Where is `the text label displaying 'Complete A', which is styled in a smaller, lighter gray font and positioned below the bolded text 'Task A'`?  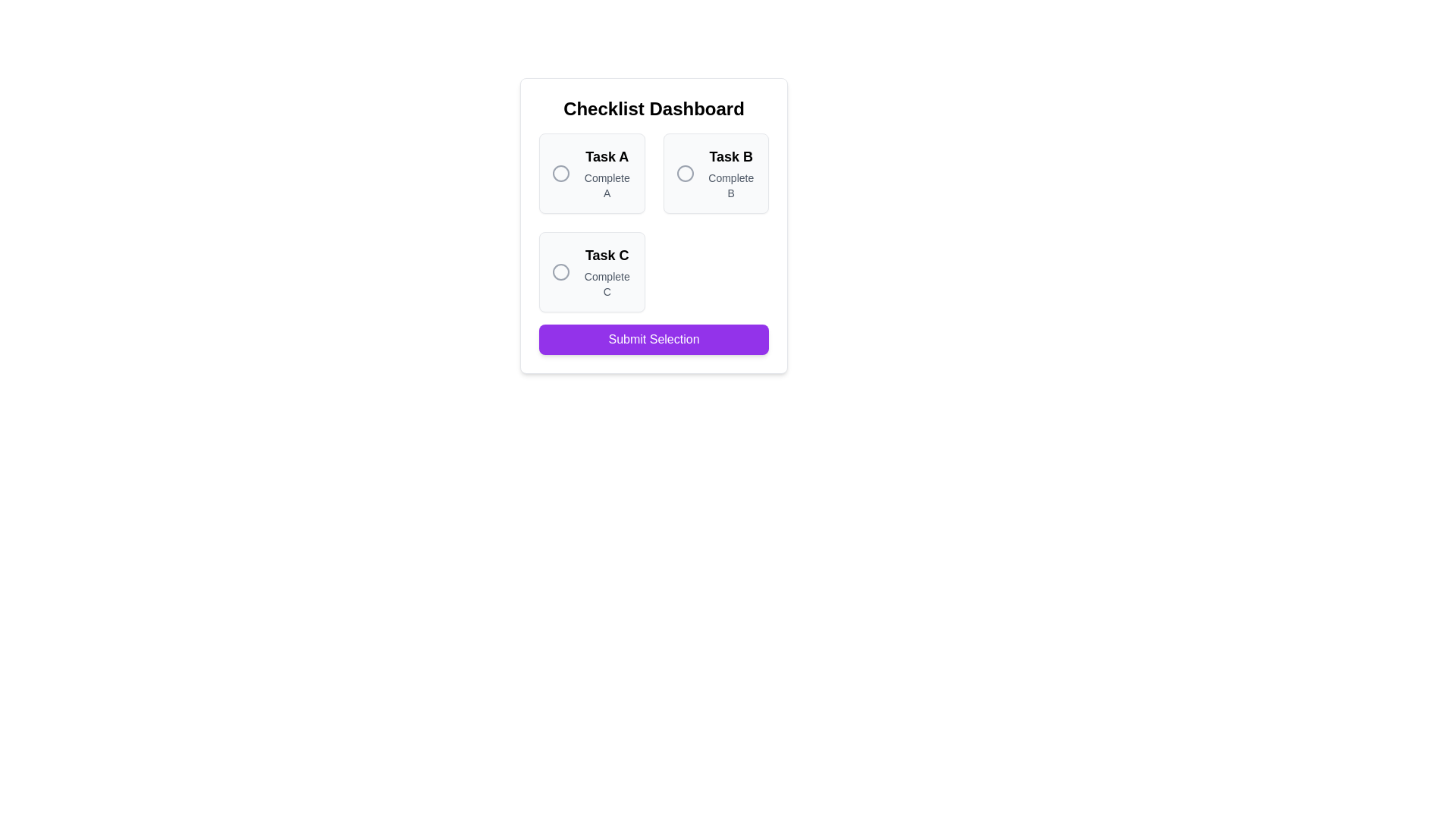
the text label displaying 'Complete A', which is styled in a smaller, lighter gray font and positioned below the bolded text 'Task A' is located at coordinates (607, 185).